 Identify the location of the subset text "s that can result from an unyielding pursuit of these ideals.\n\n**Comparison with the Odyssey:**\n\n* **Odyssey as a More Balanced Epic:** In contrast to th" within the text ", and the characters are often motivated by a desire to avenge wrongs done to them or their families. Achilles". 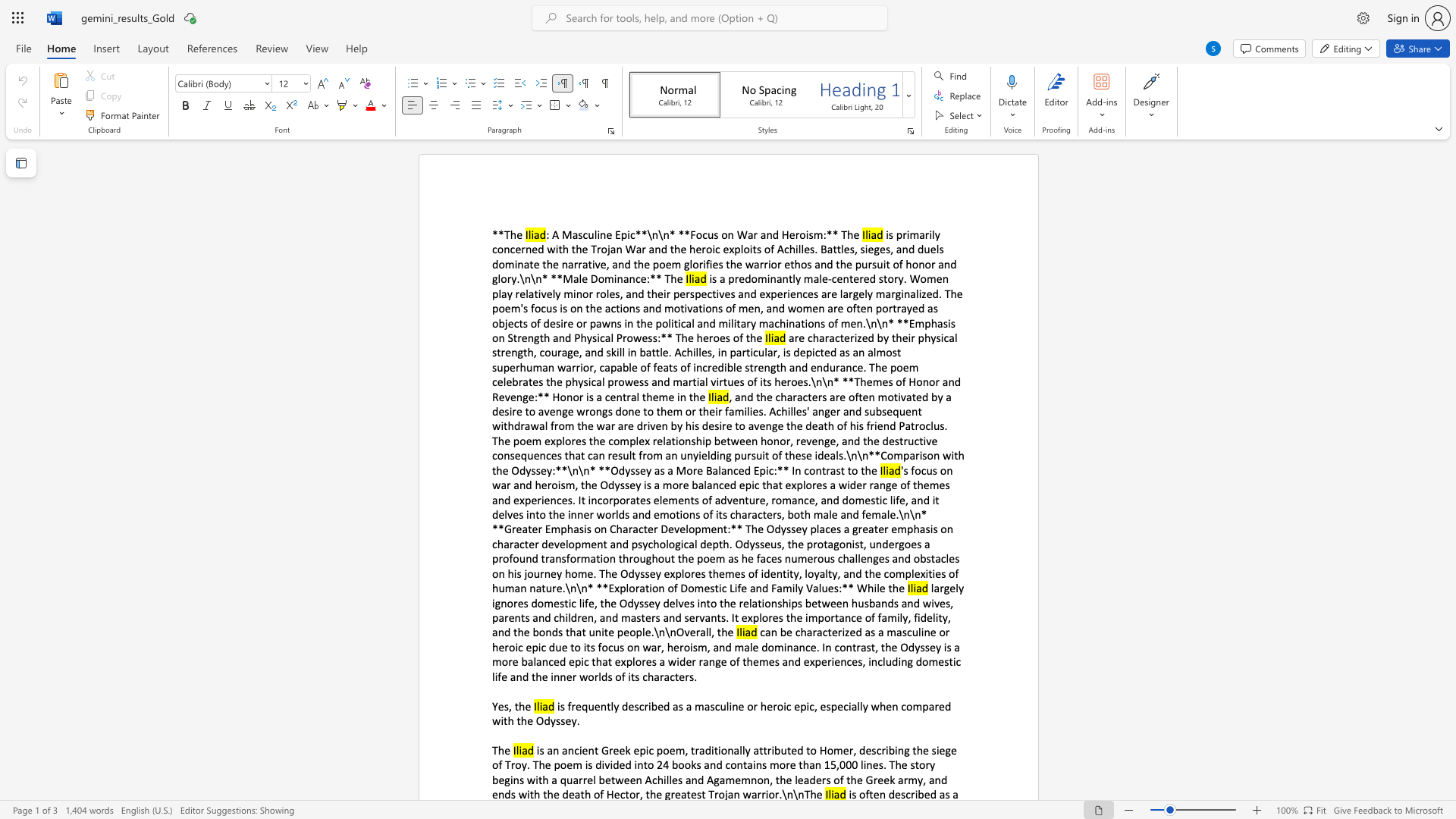
(556, 454).